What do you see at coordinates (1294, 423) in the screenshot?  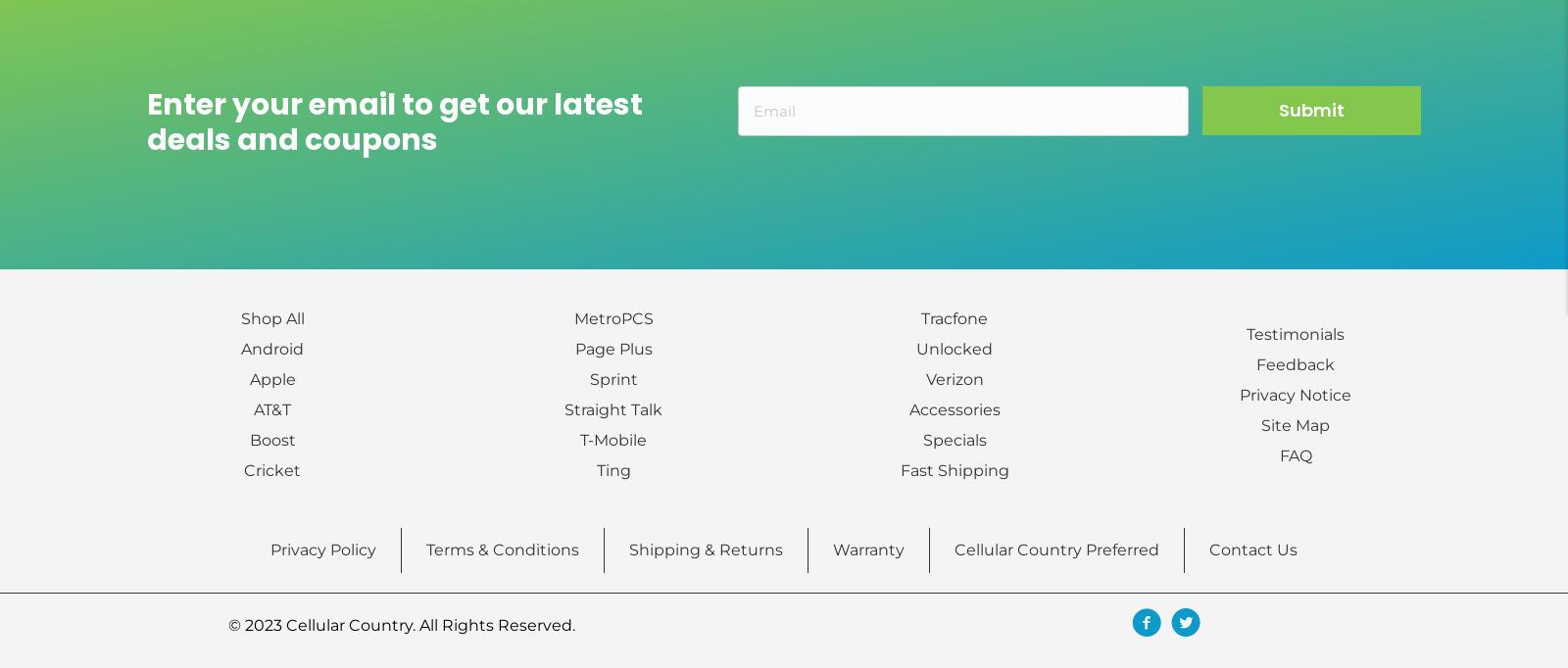 I see `'Site Map'` at bounding box center [1294, 423].